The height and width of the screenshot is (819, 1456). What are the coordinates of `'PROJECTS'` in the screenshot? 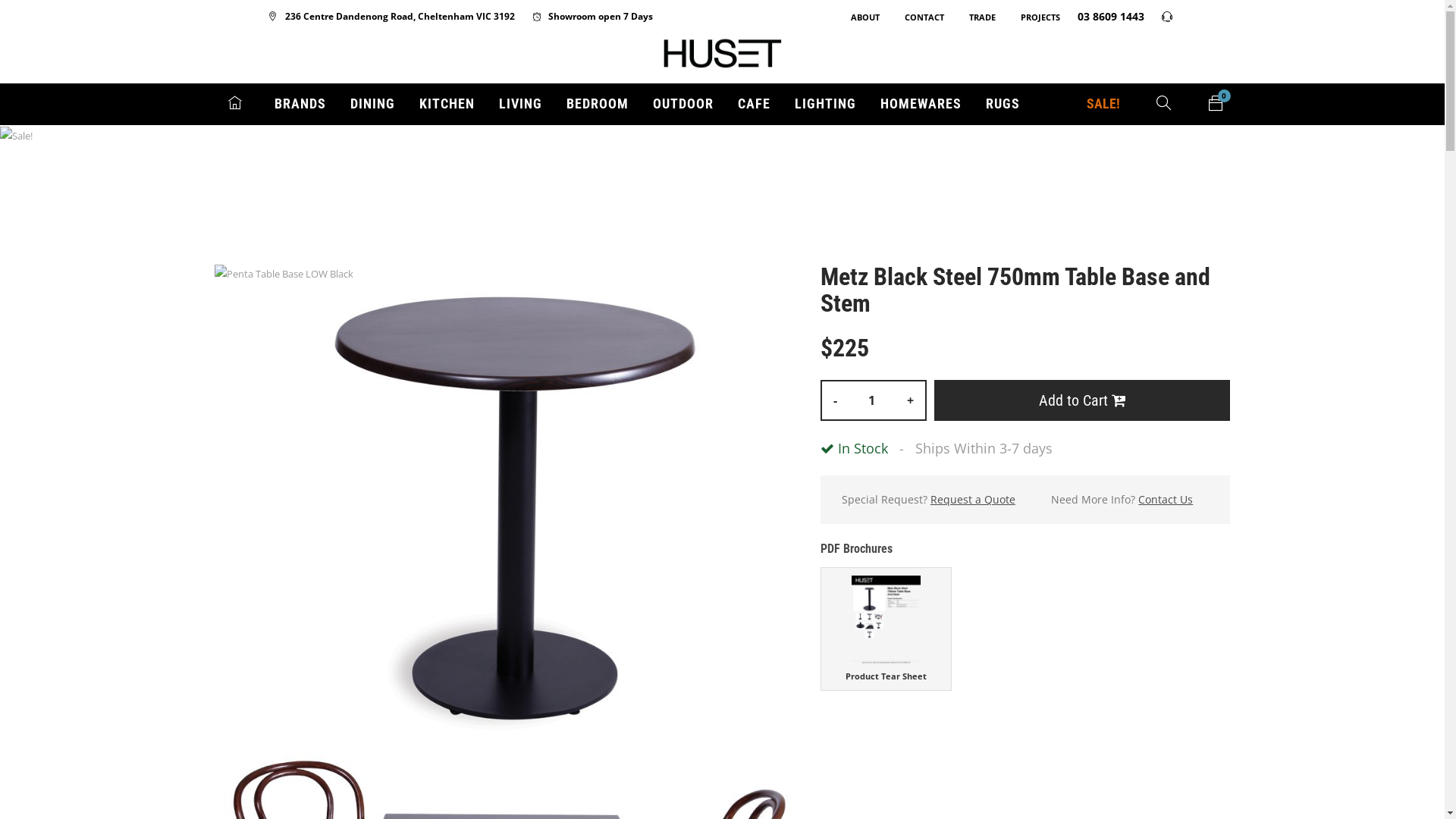 It's located at (1032, 17).